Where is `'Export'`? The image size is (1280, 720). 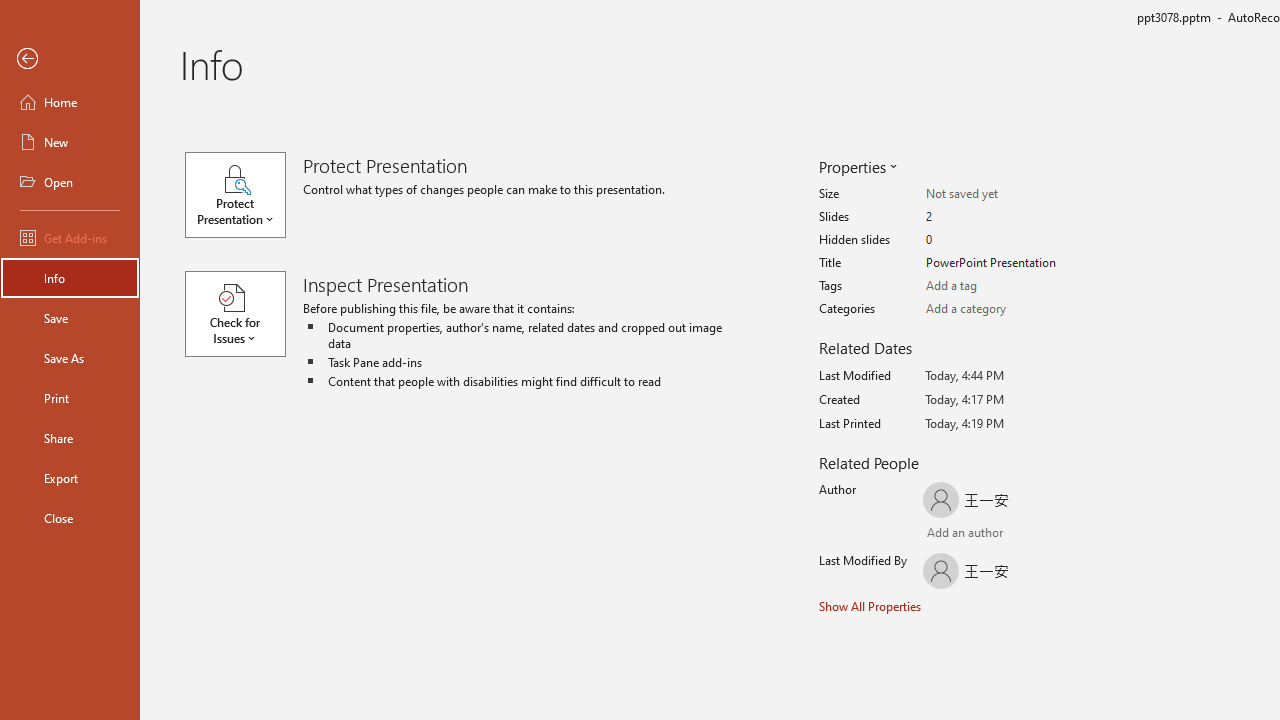 'Export' is located at coordinates (69, 478).